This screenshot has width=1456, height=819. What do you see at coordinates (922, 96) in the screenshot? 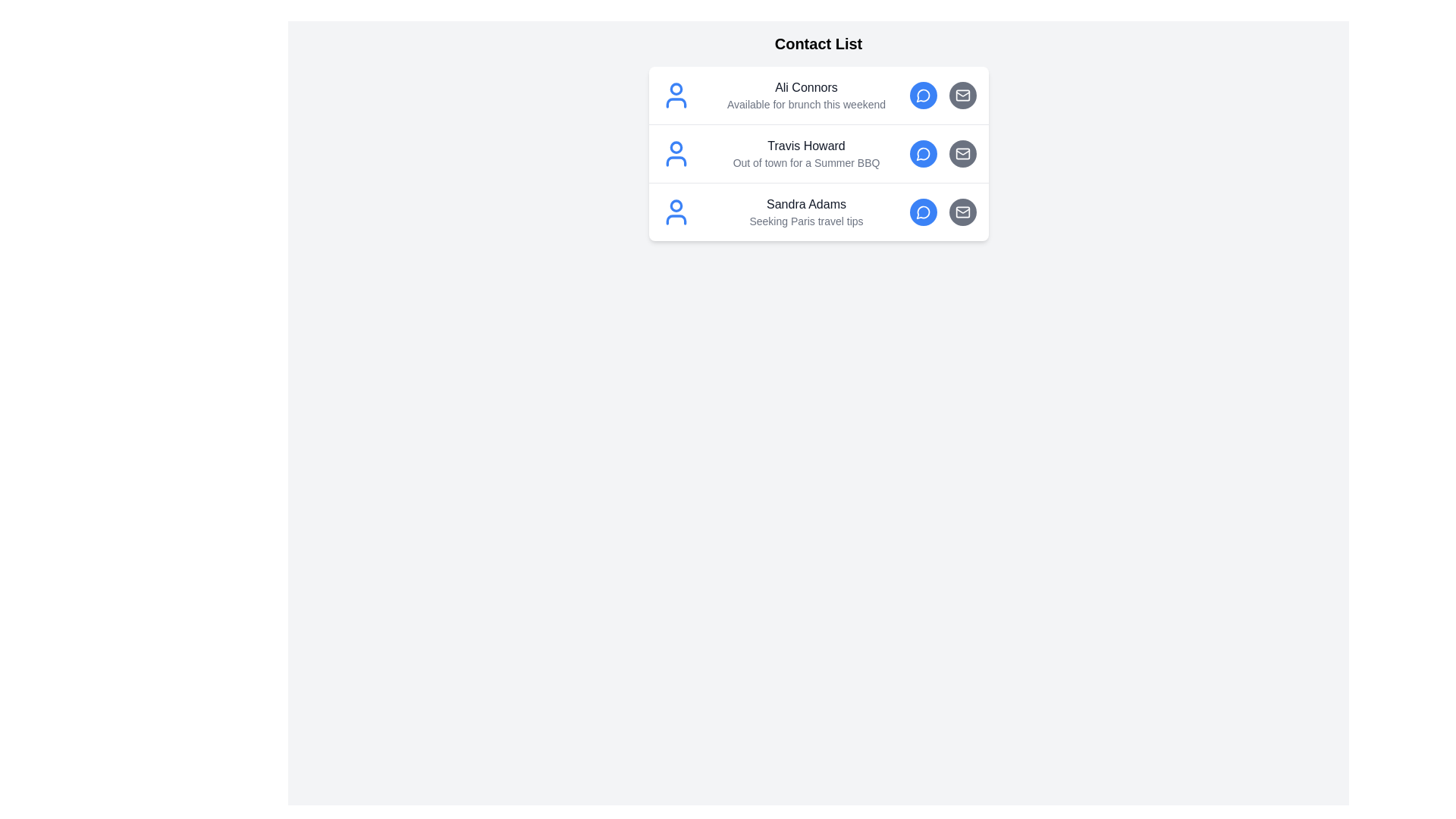
I see `the first button in the horizontal group next to the 'Ali Connors' contact entry to change its appearance` at bounding box center [922, 96].